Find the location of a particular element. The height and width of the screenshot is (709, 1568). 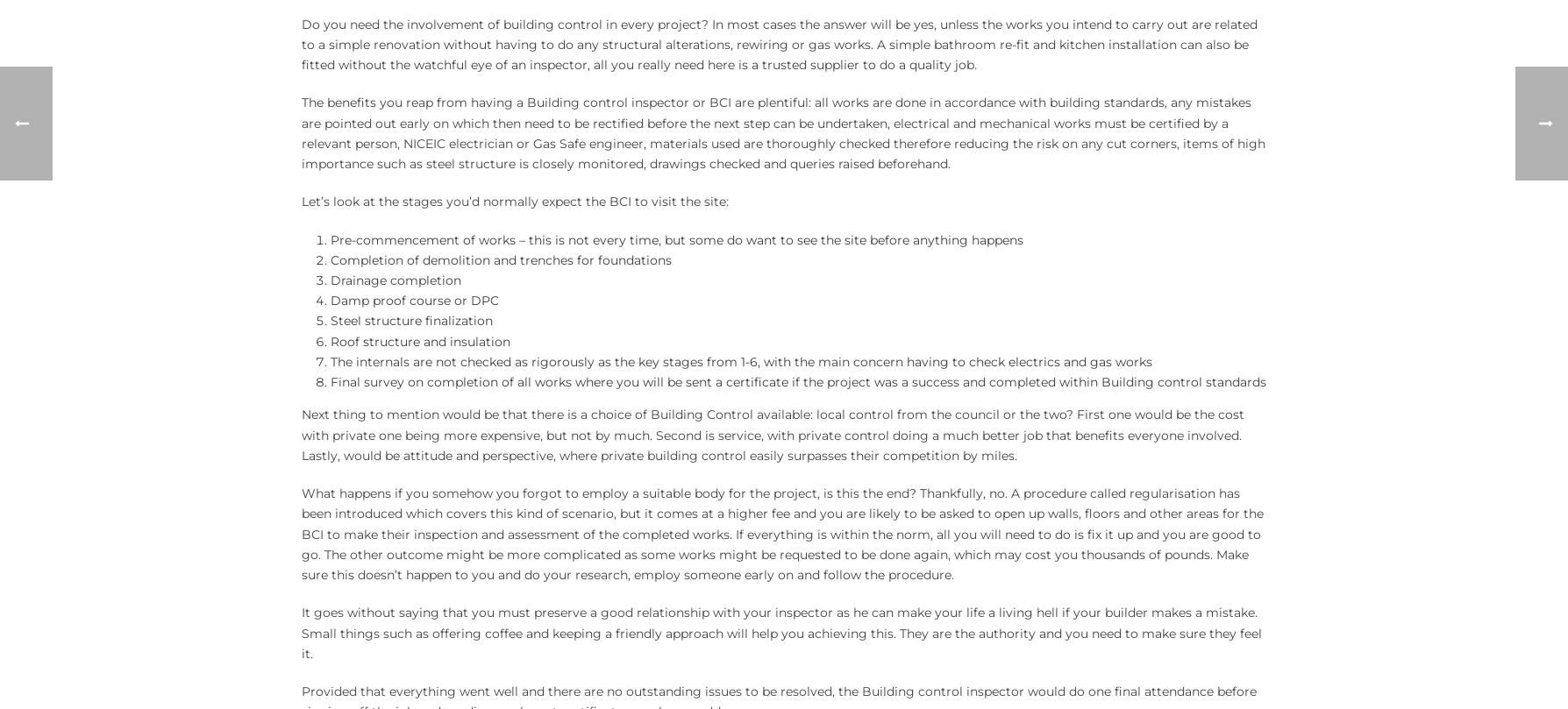

'Damp proof course or DPC' is located at coordinates (414, 301).